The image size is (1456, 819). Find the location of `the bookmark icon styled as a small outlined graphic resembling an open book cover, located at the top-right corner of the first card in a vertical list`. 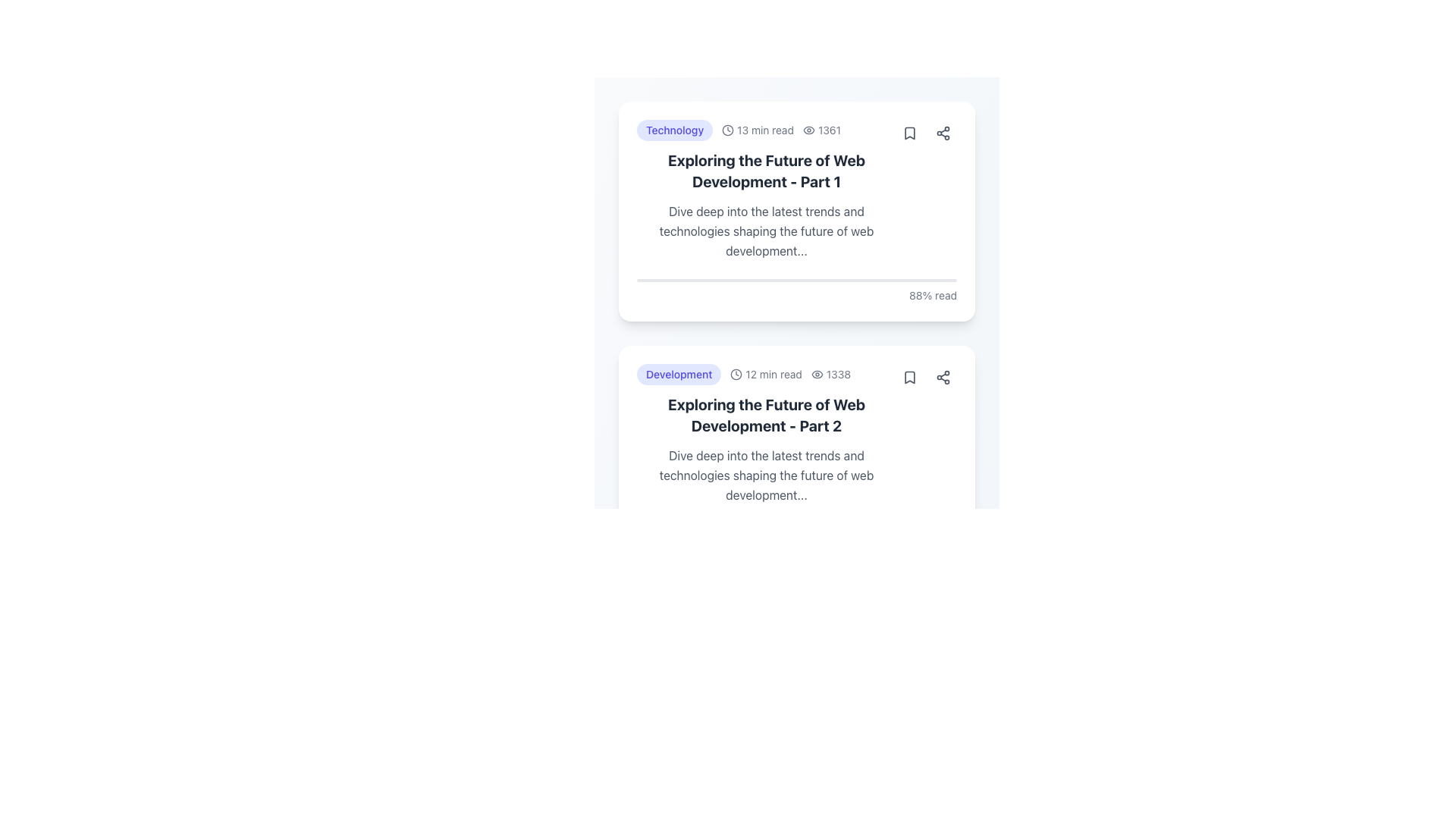

the bookmark icon styled as a small outlined graphic resembling an open book cover, located at the top-right corner of the first card in a vertical list is located at coordinates (910, 133).